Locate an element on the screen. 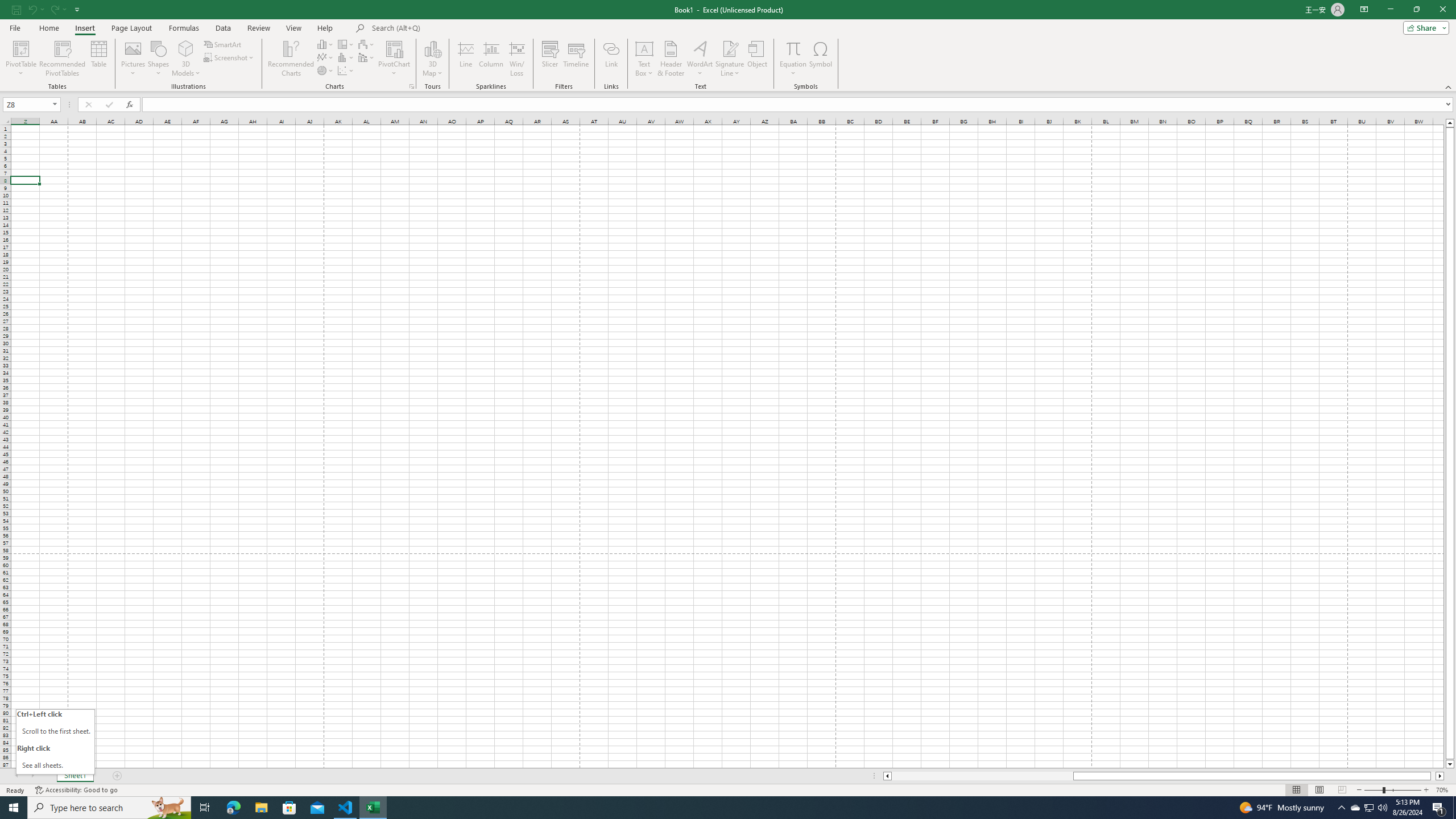 Image resolution: width=1456 pixels, height=819 pixels. 'Shapes' is located at coordinates (158, 59).